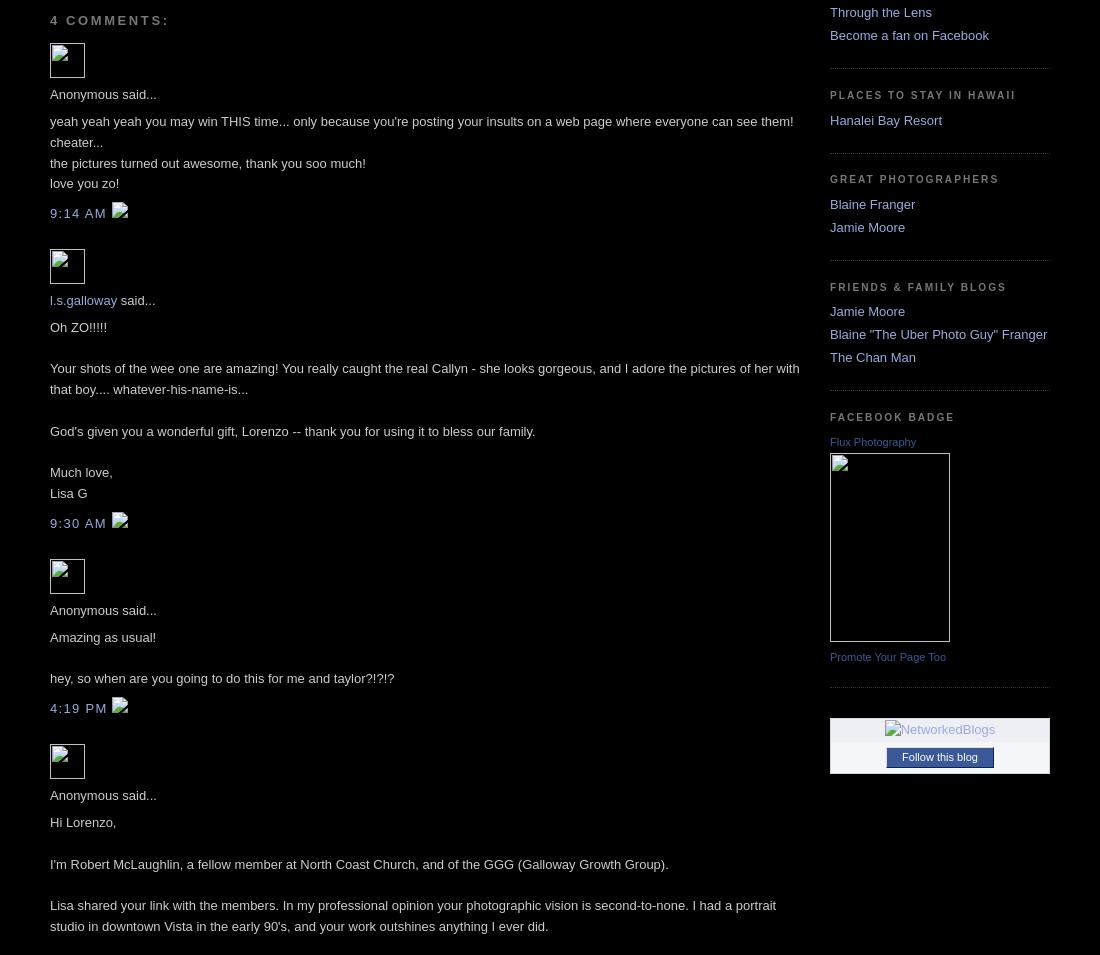 This screenshot has height=955, width=1100. I want to click on 'The Chan Man', so click(871, 355).